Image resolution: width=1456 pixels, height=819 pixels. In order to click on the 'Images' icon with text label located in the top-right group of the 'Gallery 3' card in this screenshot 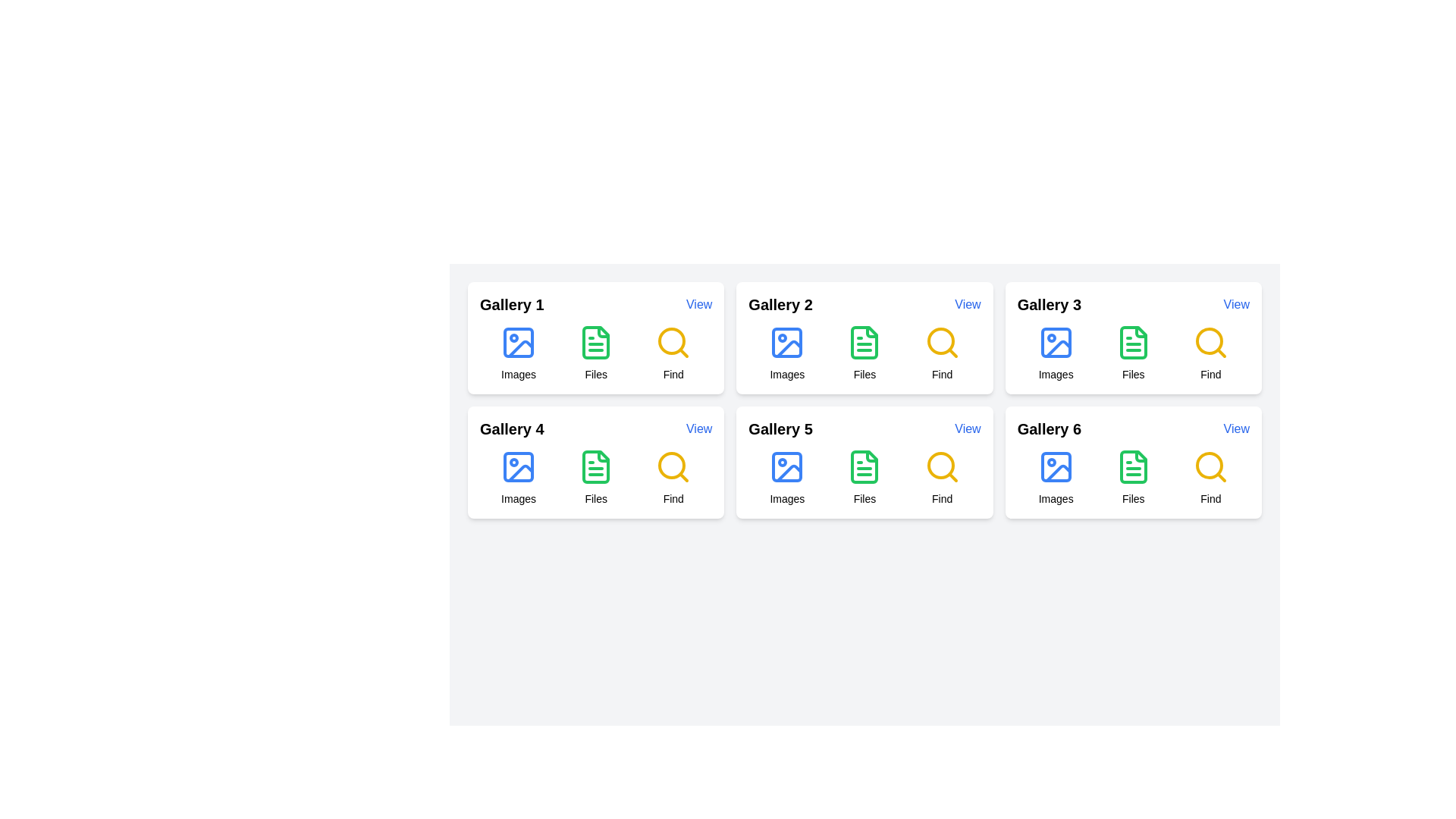, I will do `click(1055, 353)`.